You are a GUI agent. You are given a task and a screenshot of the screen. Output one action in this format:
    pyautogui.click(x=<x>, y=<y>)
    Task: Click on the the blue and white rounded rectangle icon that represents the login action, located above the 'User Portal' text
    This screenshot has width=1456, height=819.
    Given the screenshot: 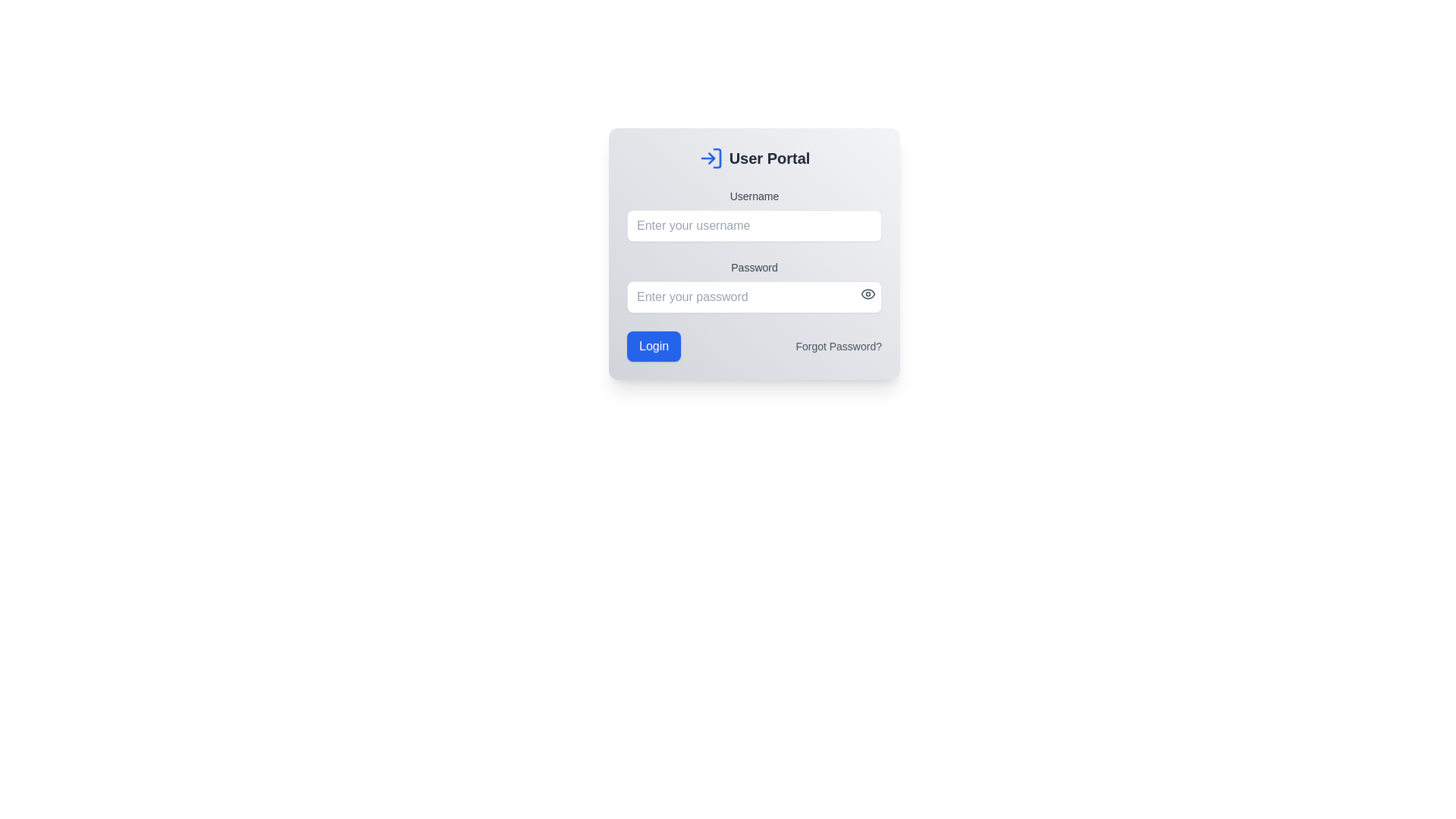 What is the action you would take?
    pyautogui.click(x=716, y=158)
    